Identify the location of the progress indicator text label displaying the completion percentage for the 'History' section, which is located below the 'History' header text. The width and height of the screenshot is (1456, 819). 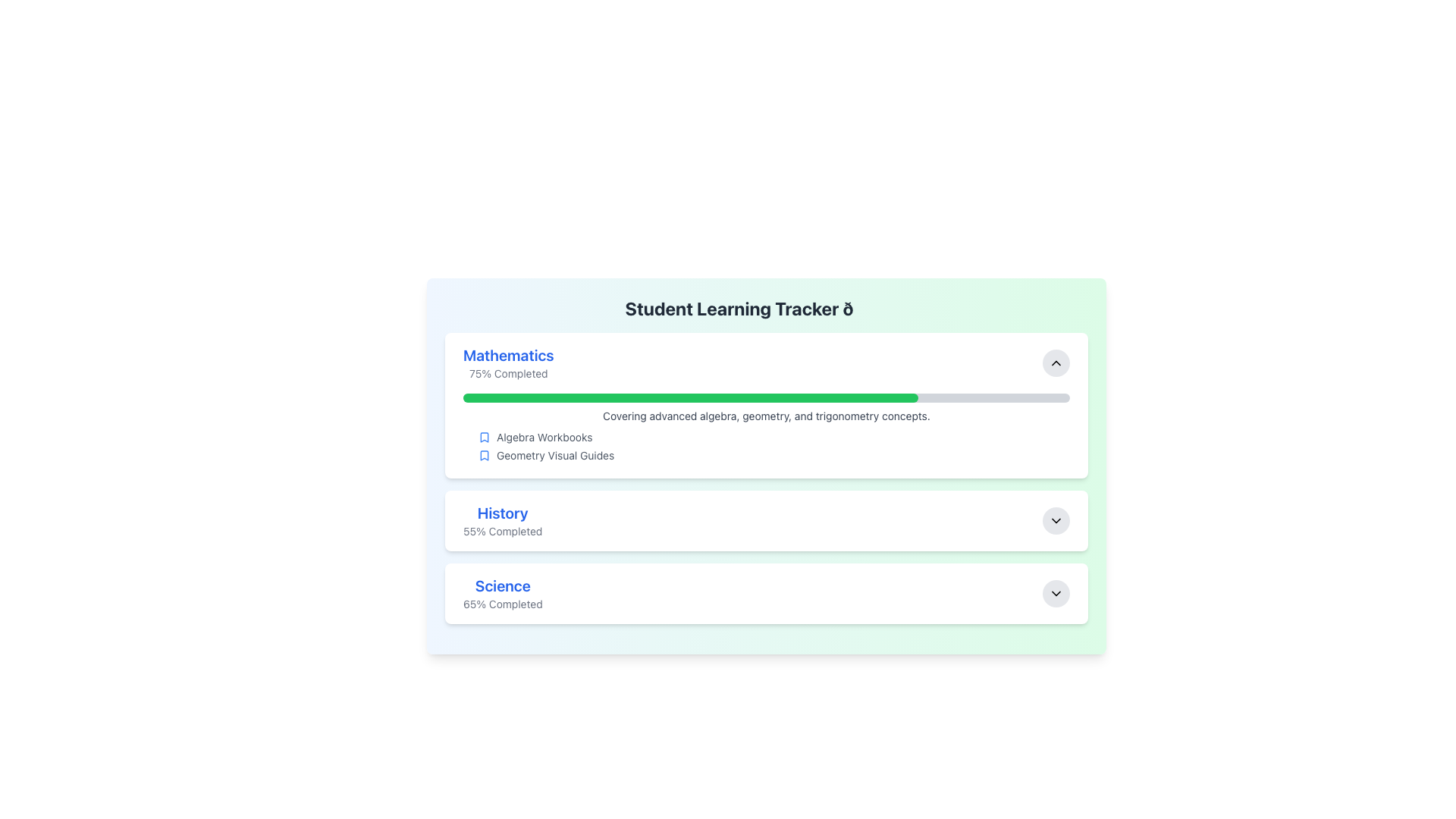
(503, 531).